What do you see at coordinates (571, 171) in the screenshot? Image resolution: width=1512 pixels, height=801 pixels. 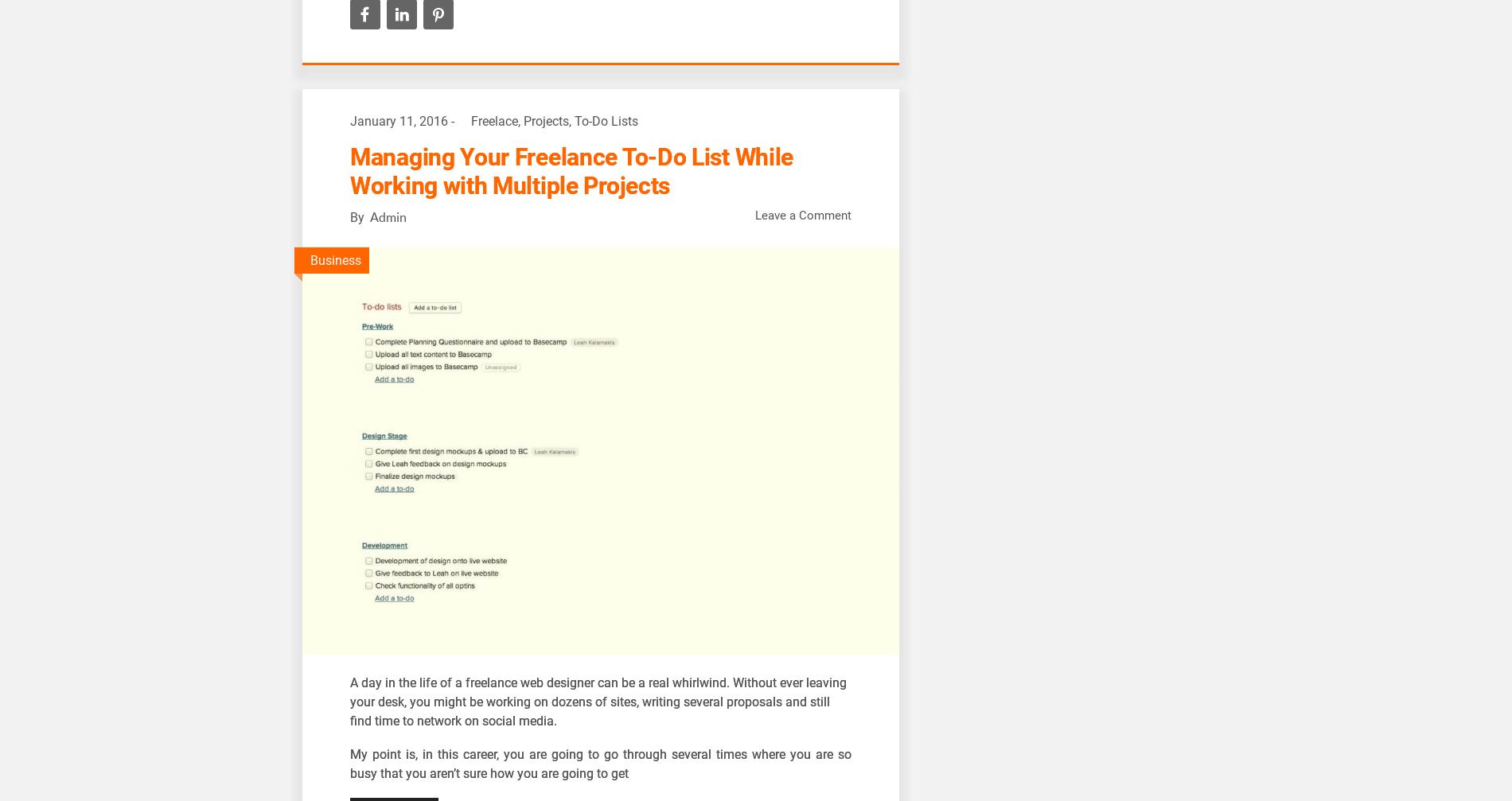 I see `'Managing Your Freelance To-Do List While Working with Multiple Projects'` at bounding box center [571, 171].